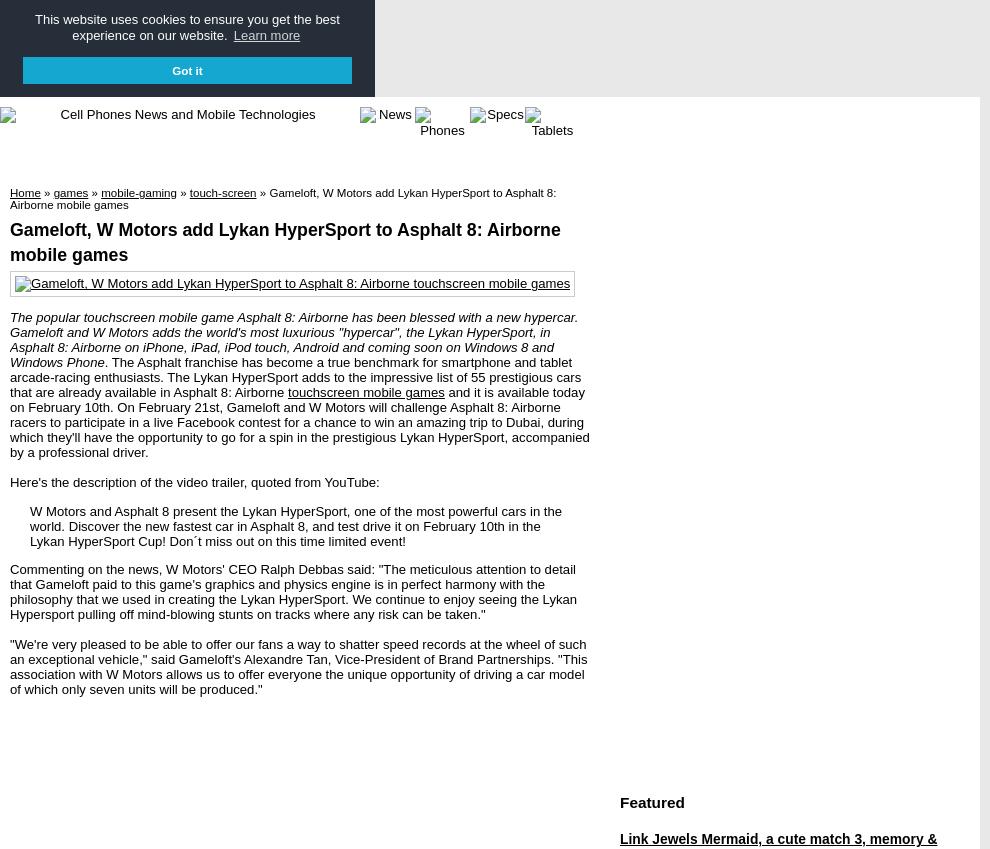 The width and height of the screenshot is (990, 849). What do you see at coordinates (293, 589) in the screenshot?
I see `'Commenting on the news, W Motors' CEO Ralph Debbas said: "The meticulous attention to detail that Gameloft paid to this game's graphics and physics engine is in perfect harmony with the philosophy that we used in creating the Lykan HyperSport. We continue to enjoy seeing the Lykan Hypersport pulling off mind-blowing stunts on tracks where any risk can be taken."'` at bounding box center [293, 589].